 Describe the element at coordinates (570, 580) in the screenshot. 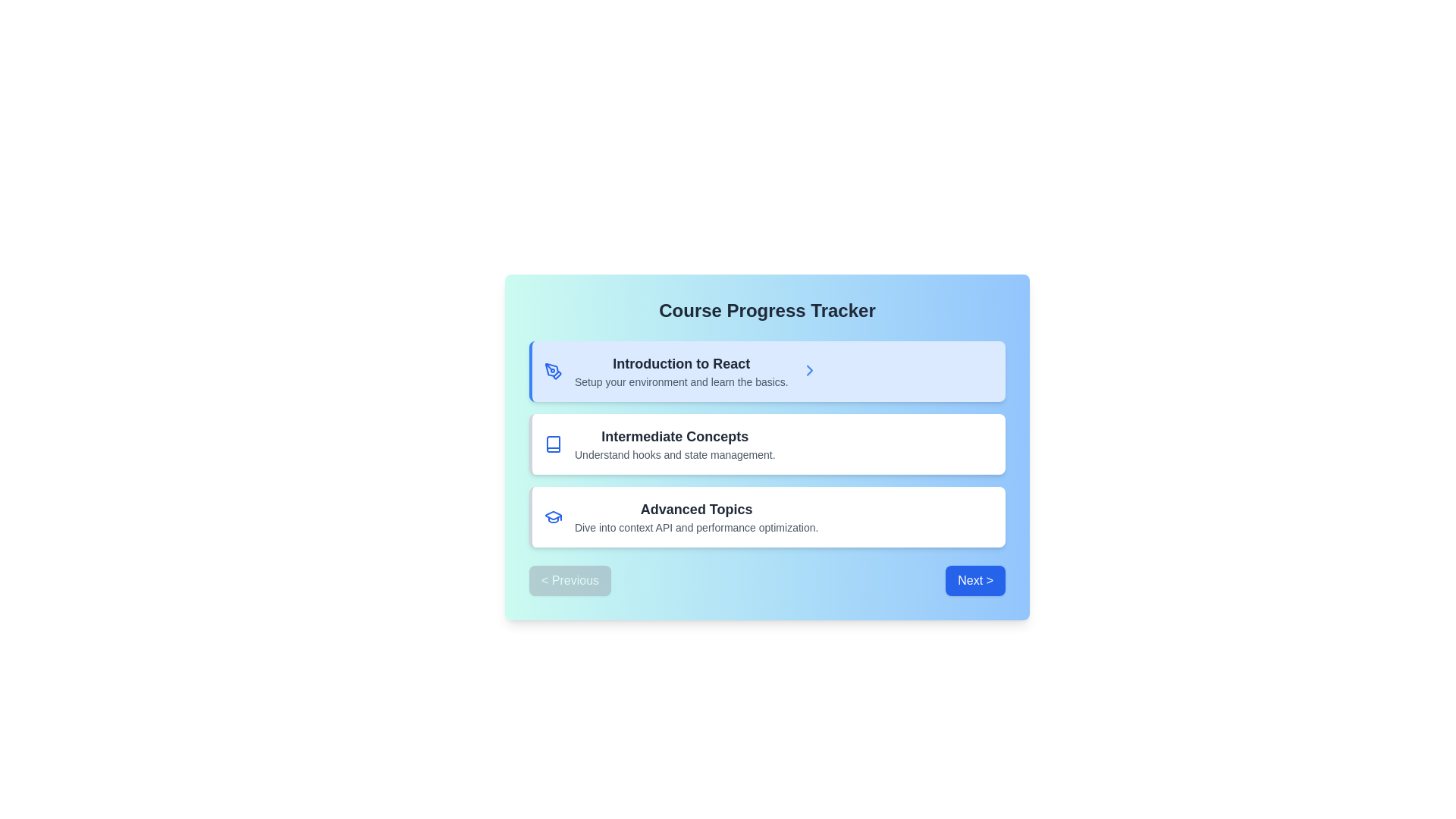

I see `the button with rounded edges and gray background labeled '< Previous'` at that location.